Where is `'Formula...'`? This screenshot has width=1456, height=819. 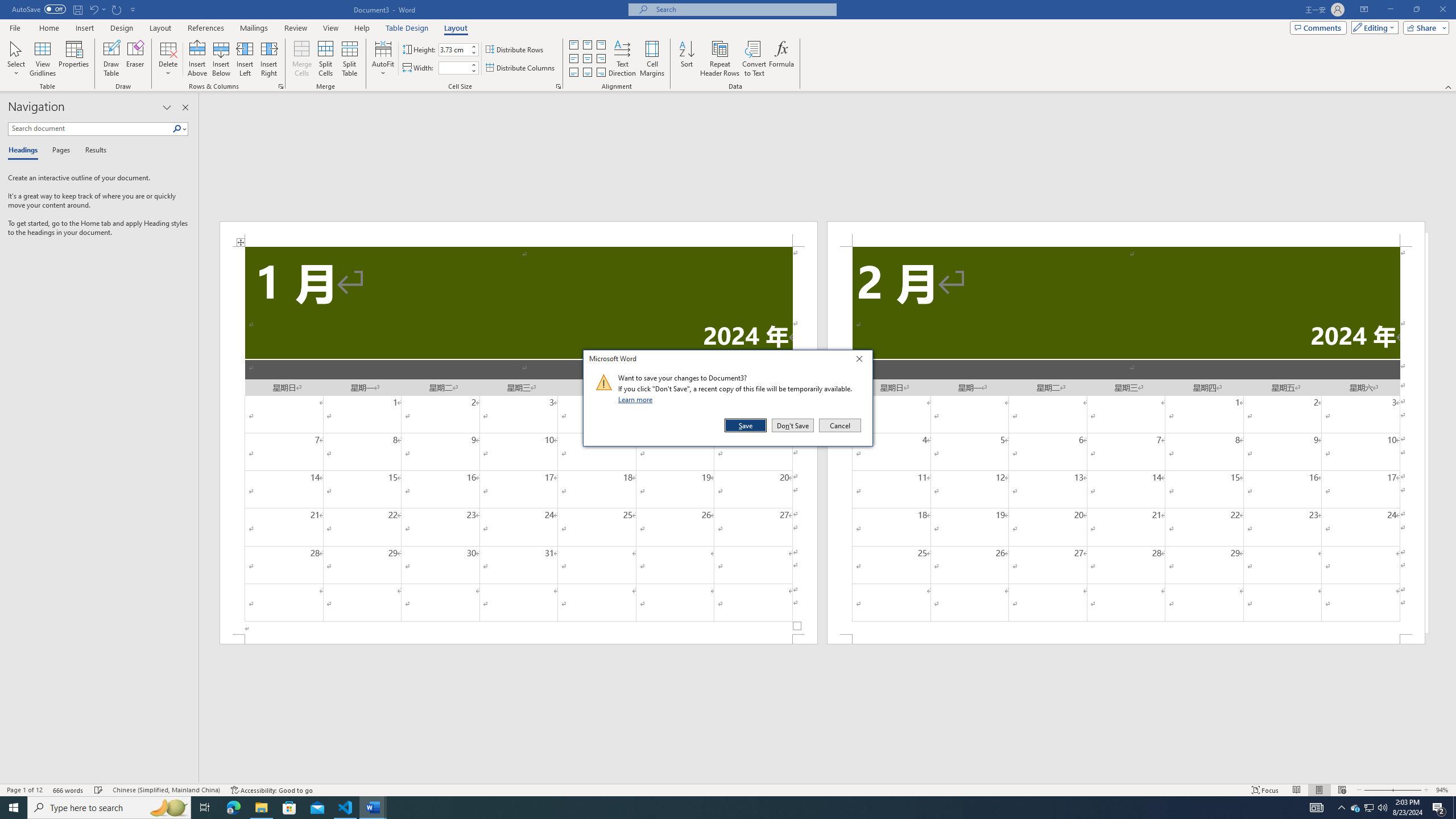 'Formula...' is located at coordinates (781, 59).